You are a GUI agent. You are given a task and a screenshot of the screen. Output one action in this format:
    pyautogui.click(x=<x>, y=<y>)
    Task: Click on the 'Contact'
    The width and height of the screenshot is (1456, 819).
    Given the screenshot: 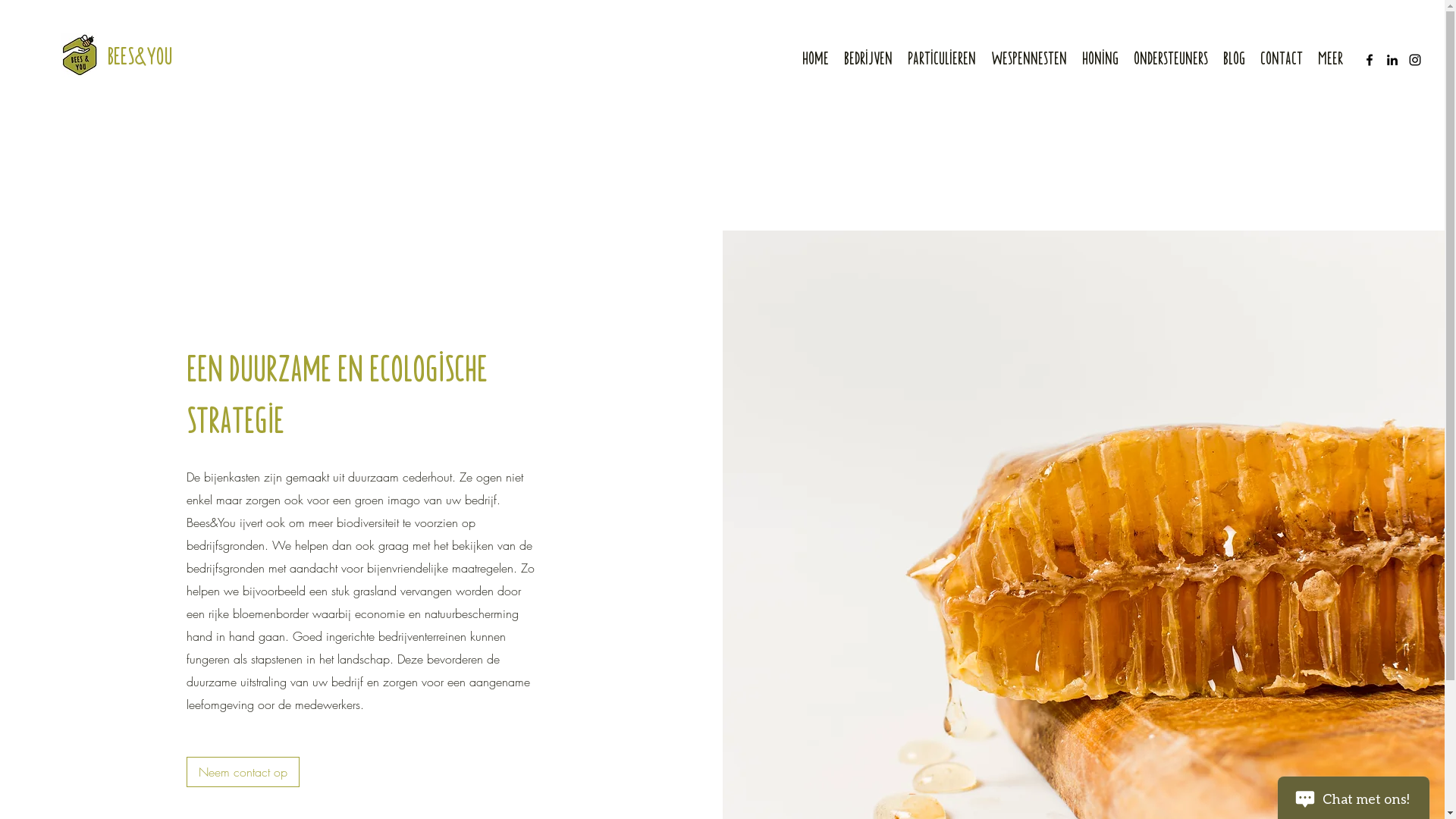 What is the action you would take?
    pyautogui.click(x=1252, y=56)
    